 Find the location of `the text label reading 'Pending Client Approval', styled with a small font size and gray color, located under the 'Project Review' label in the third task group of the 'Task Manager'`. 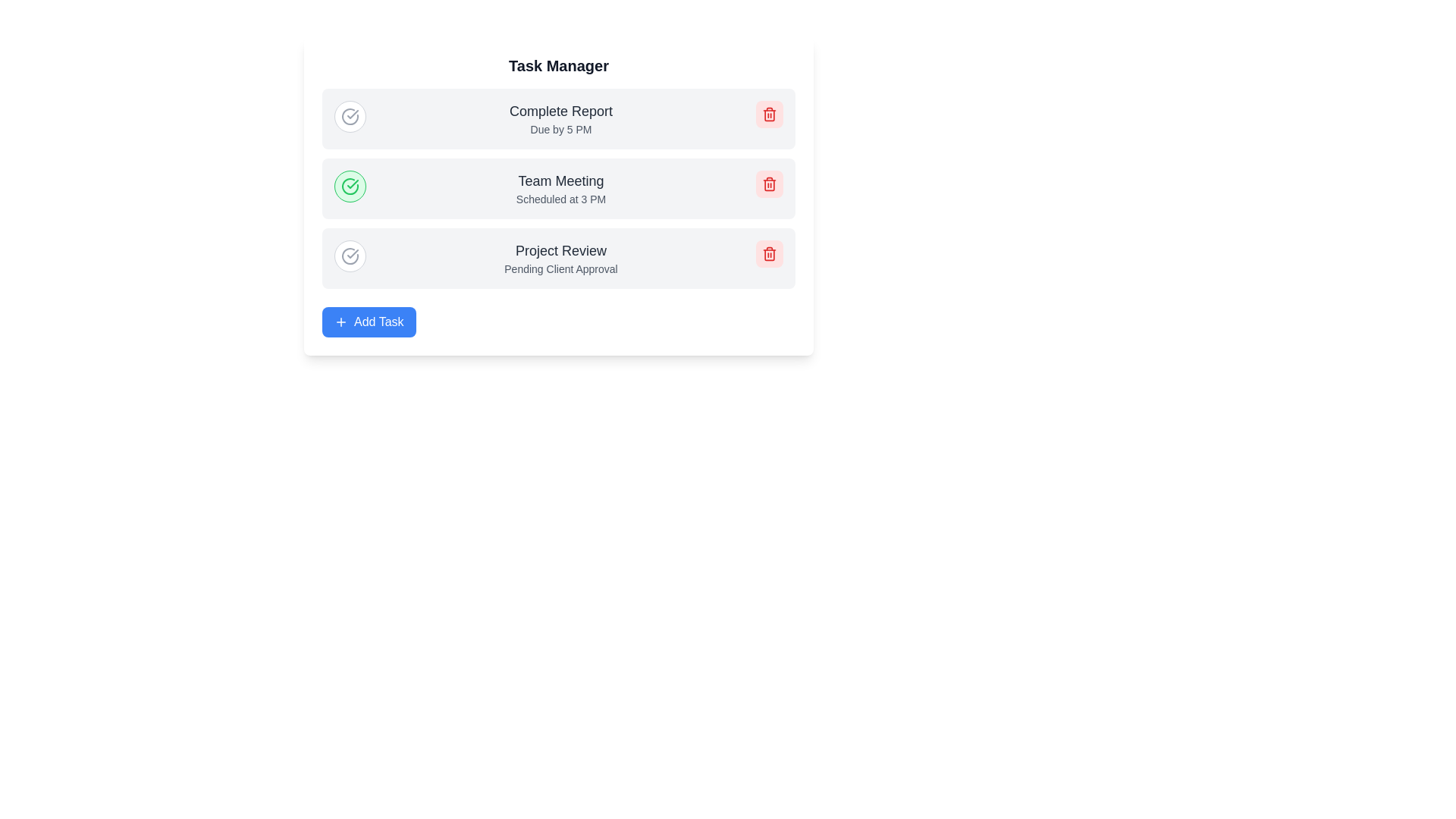

the text label reading 'Pending Client Approval', styled with a small font size and gray color, located under the 'Project Review' label in the third task group of the 'Task Manager' is located at coordinates (560, 268).